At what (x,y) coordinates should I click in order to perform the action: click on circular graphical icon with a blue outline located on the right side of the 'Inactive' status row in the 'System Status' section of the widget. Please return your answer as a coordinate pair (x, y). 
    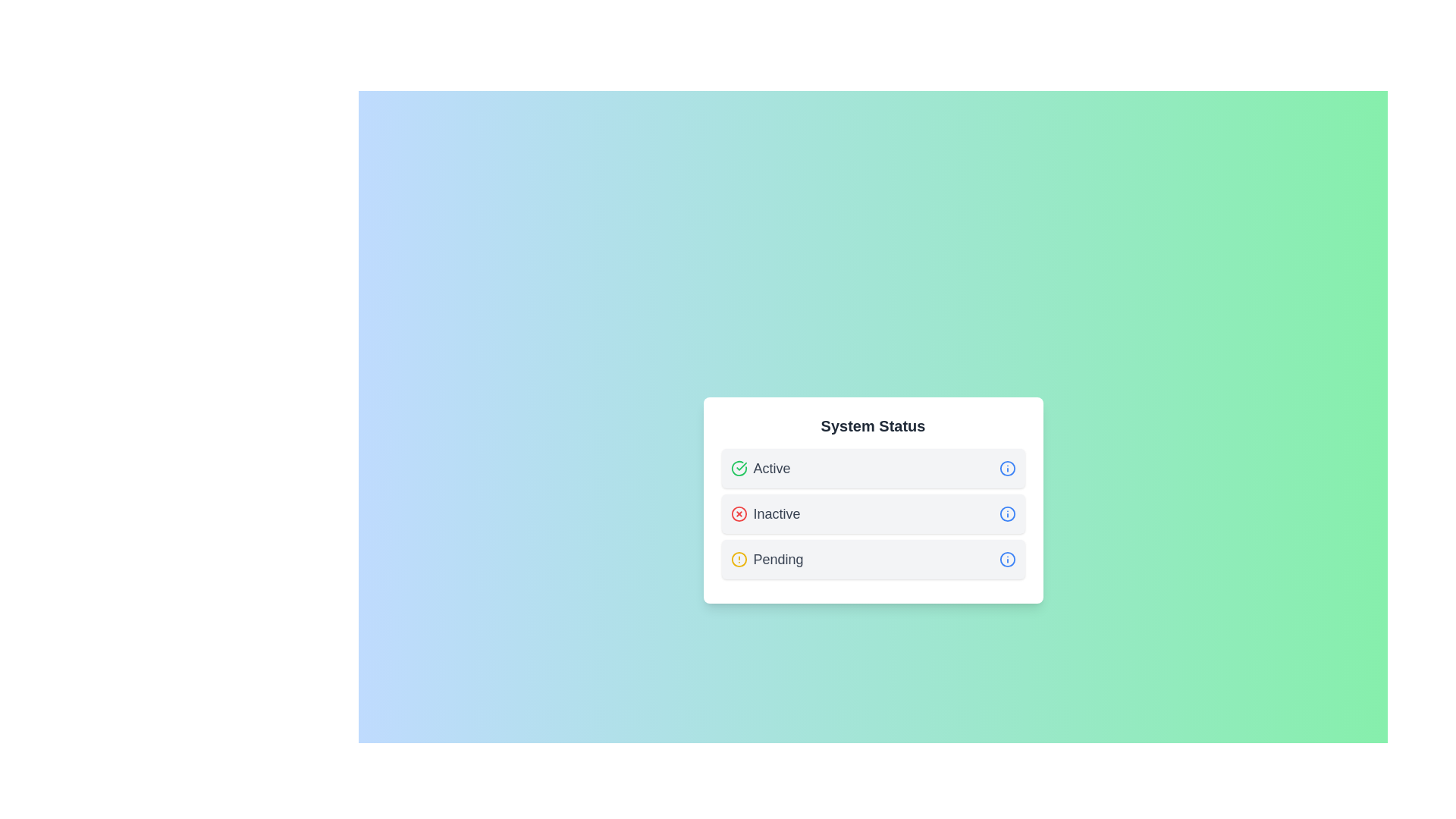
    Looking at the image, I should click on (1007, 513).